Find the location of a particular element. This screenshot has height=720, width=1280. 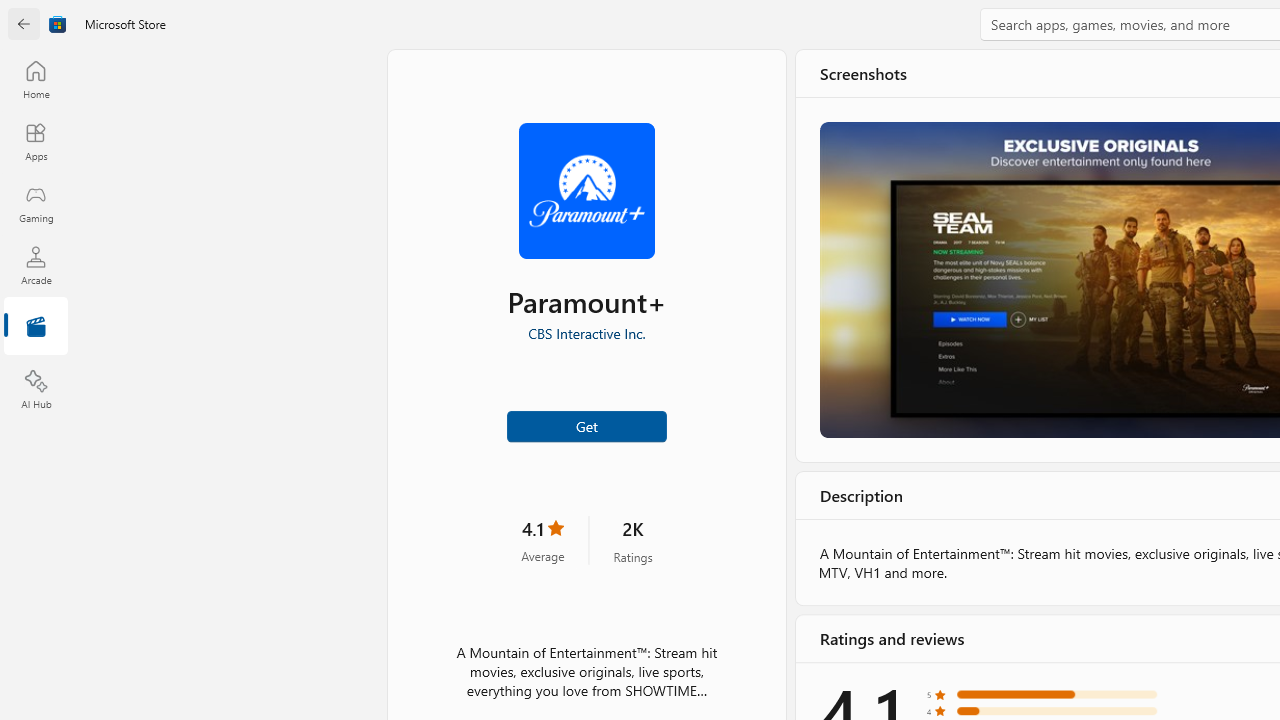

'AI Hub' is located at coordinates (35, 390).